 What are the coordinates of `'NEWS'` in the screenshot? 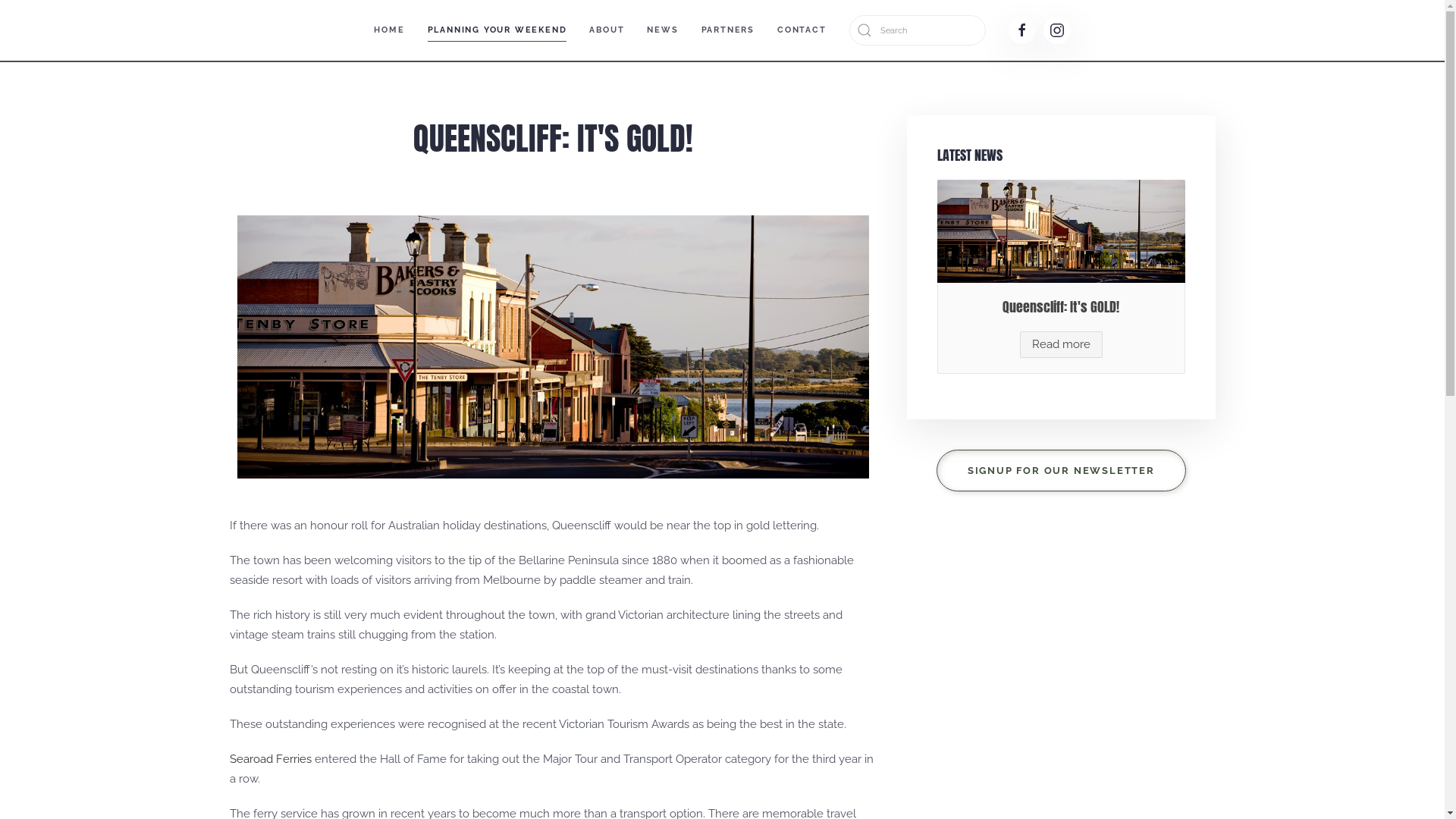 It's located at (662, 30).